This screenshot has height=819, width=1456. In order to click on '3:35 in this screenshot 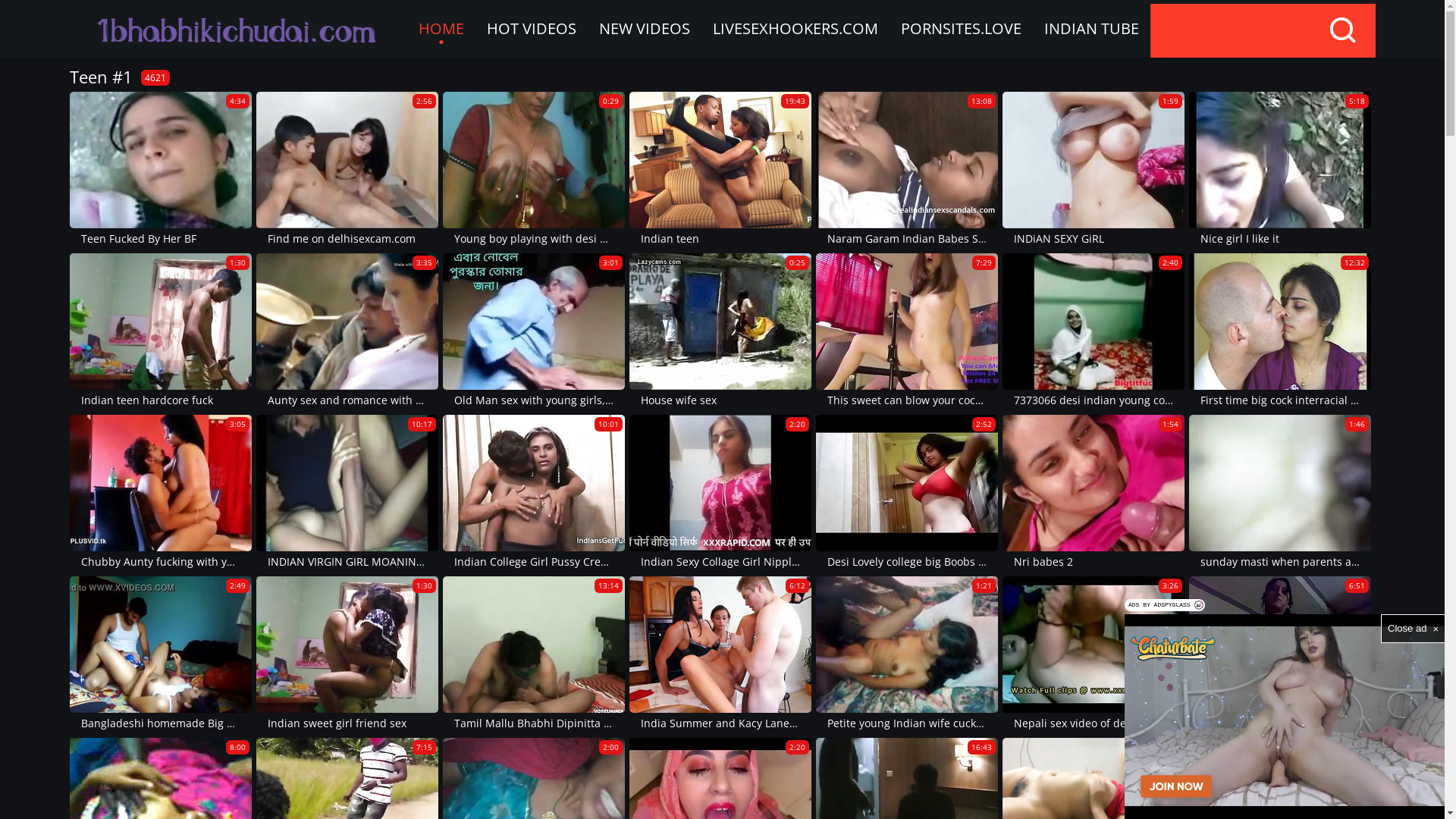, I will do `click(346, 331)`.